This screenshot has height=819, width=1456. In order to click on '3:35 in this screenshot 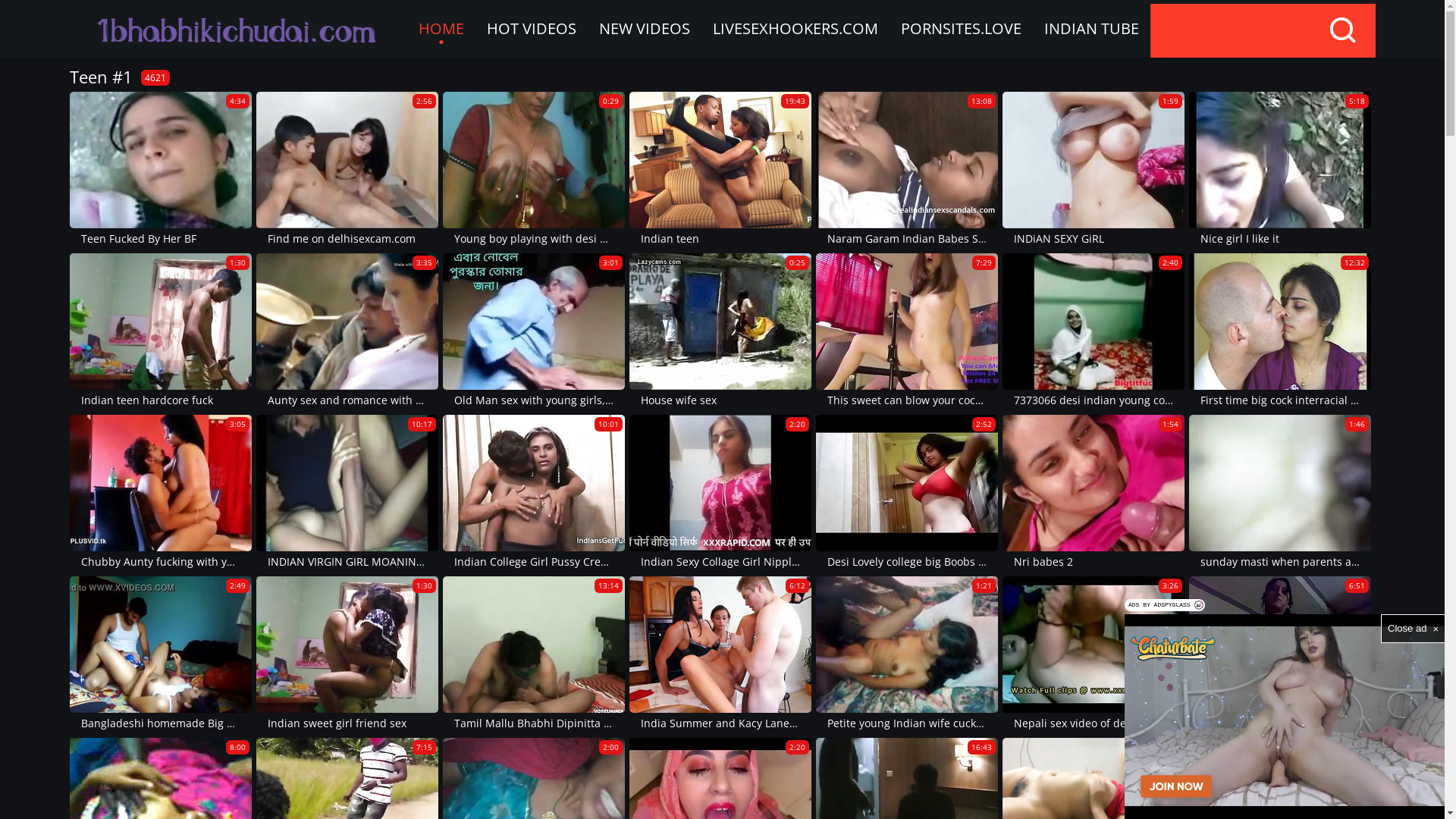, I will do `click(346, 331)`.